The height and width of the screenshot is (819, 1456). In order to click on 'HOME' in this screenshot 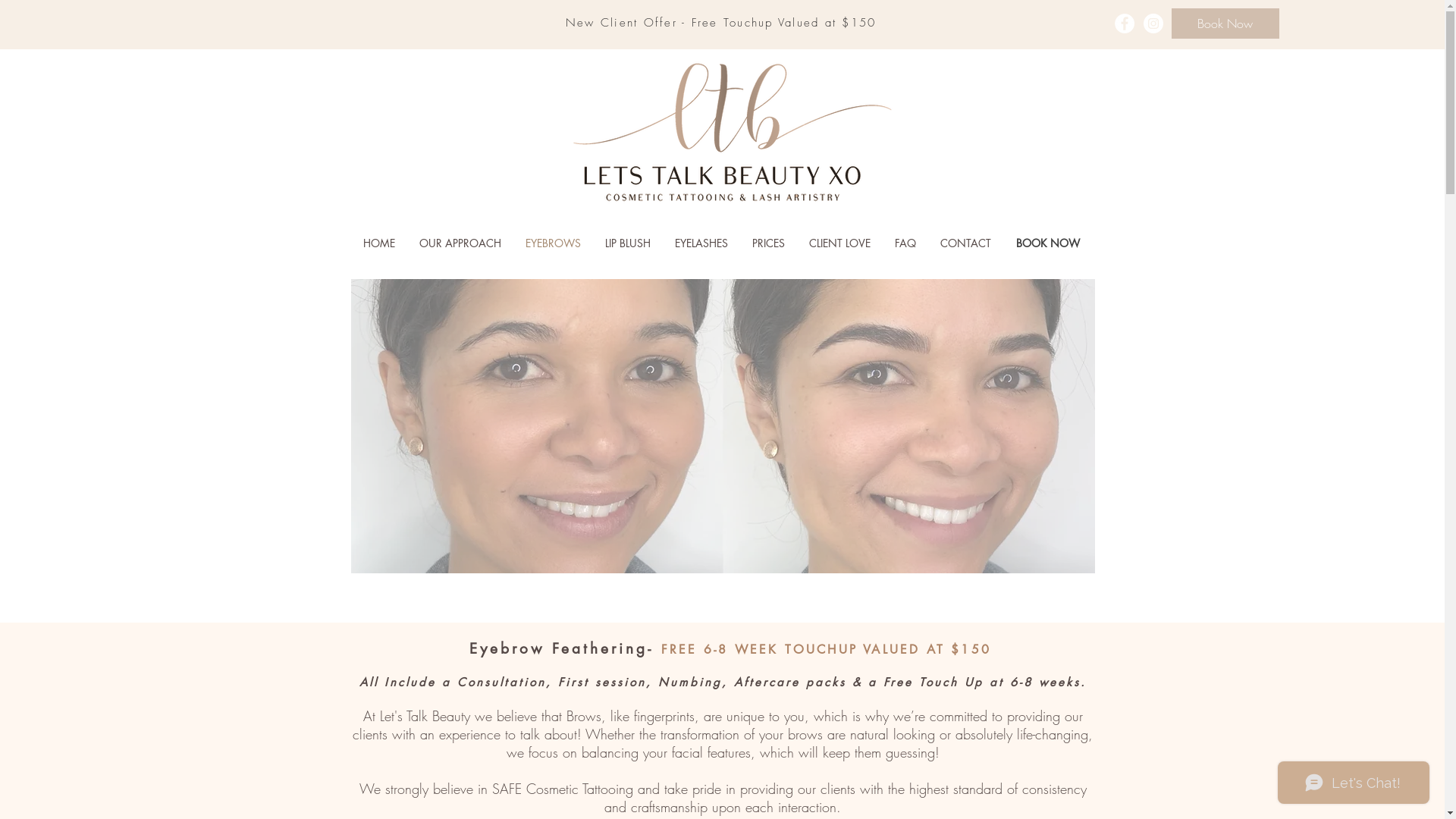, I will do `click(378, 242)`.